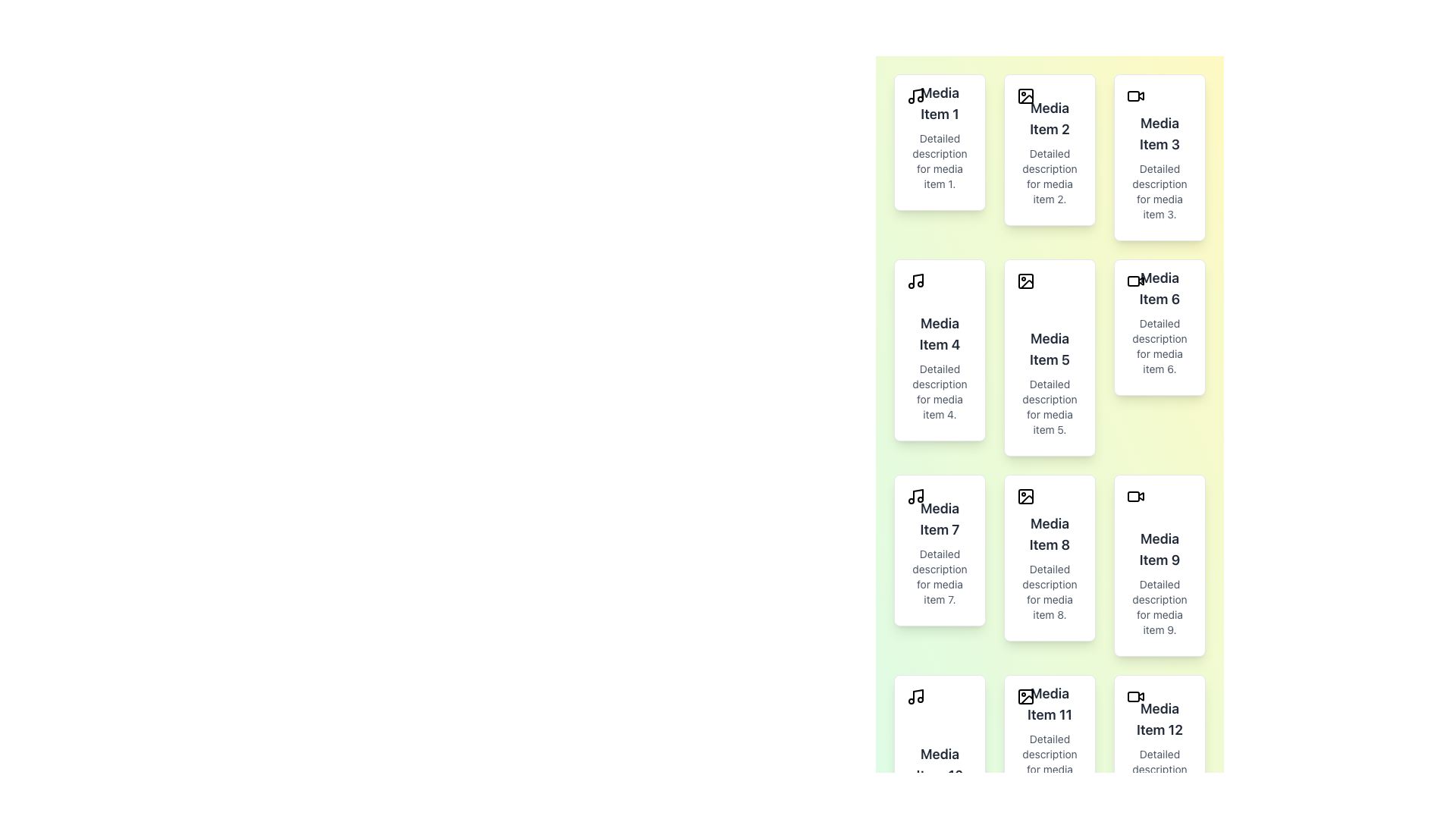  What do you see at coordinates (1141, 96) in the screenshot?
I see `the play icon for 'Media Item 3' located in the first row and third column of the media grid` at bounding box center [1141, 96].